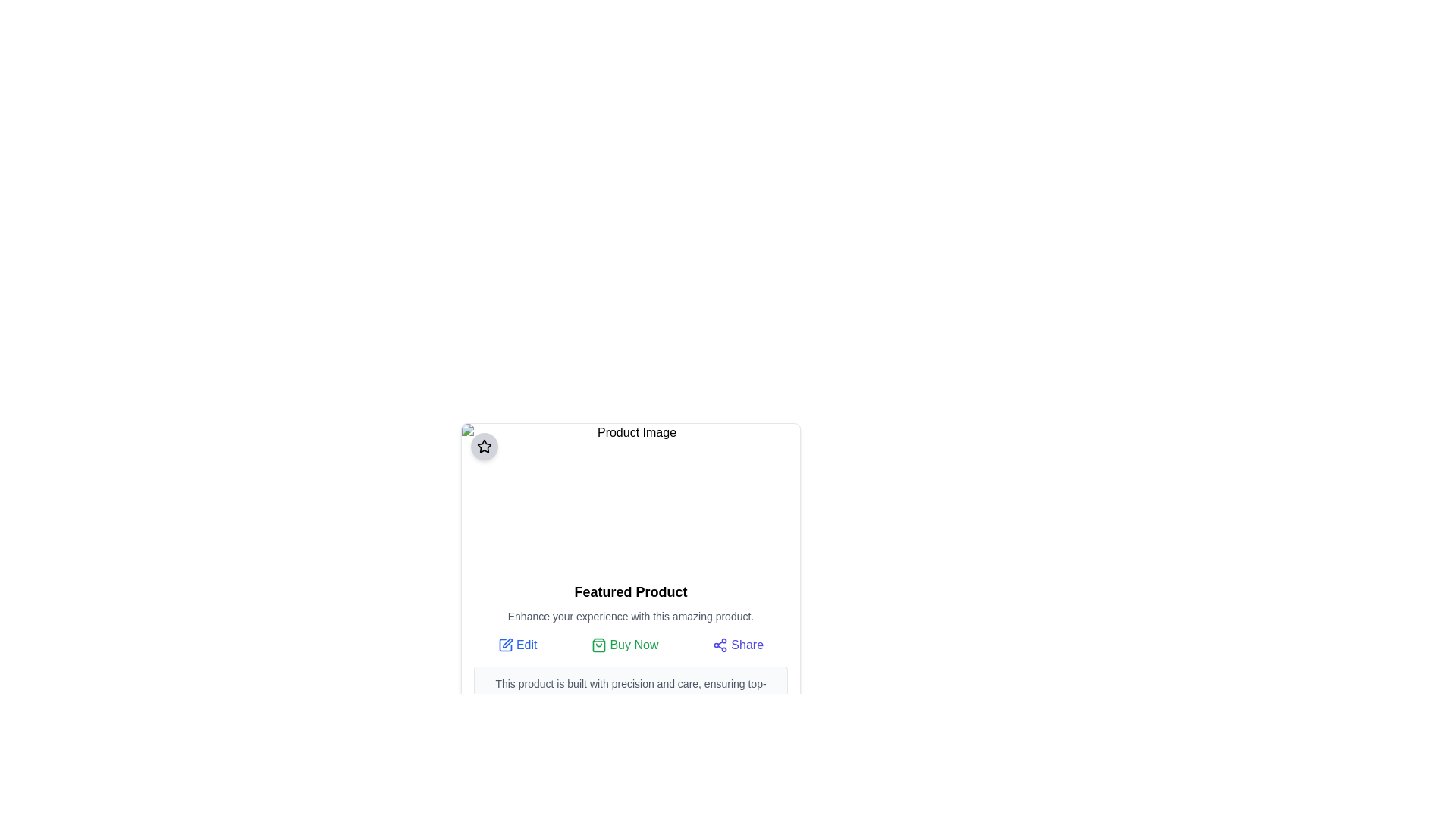 This screenshot has width=1456, height=819. What do you see at coordinates (738, 645) in the screenshot?
I see `the 'Share' button, which features a share icon with three interconnected circular nodes and the text 'Share' in indigo` at bounding box center [738, 645].